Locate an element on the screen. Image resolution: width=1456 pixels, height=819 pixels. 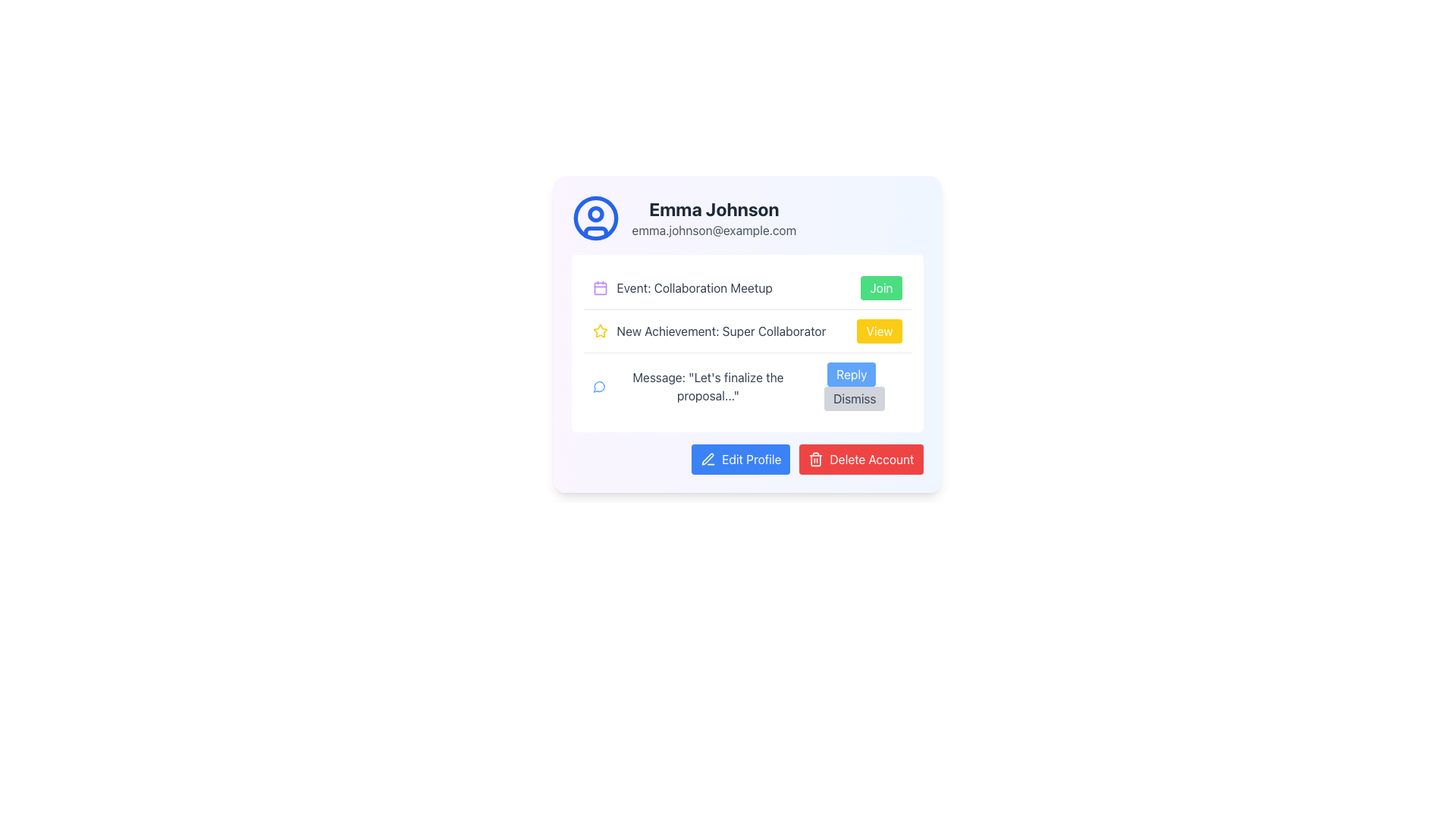
the 'Delete Account' icon, which is part of the red button located in the lower-right corner of the card component is located at coordinates (815, 458).